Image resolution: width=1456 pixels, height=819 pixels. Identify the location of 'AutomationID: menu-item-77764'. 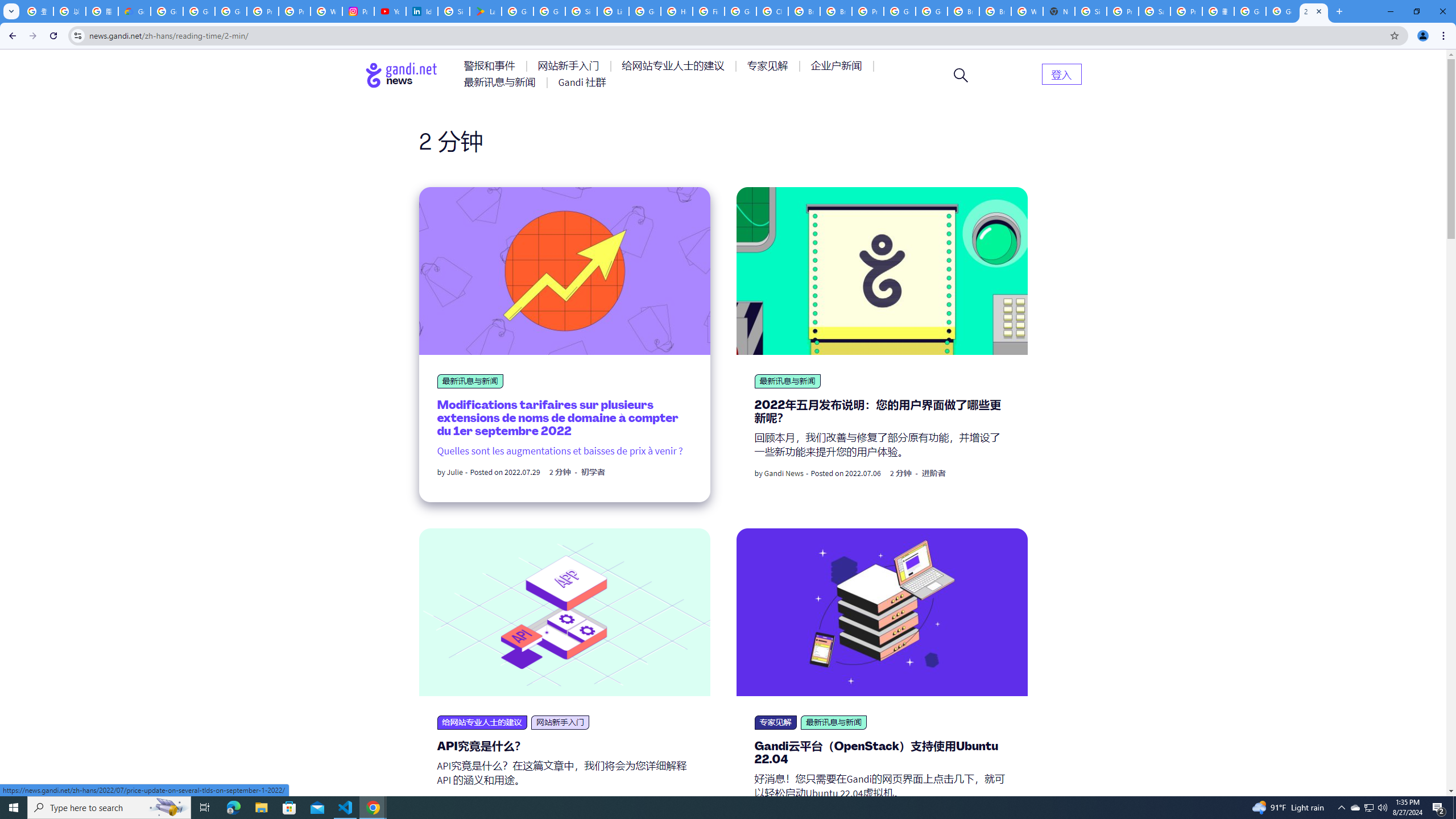
(769, 65).